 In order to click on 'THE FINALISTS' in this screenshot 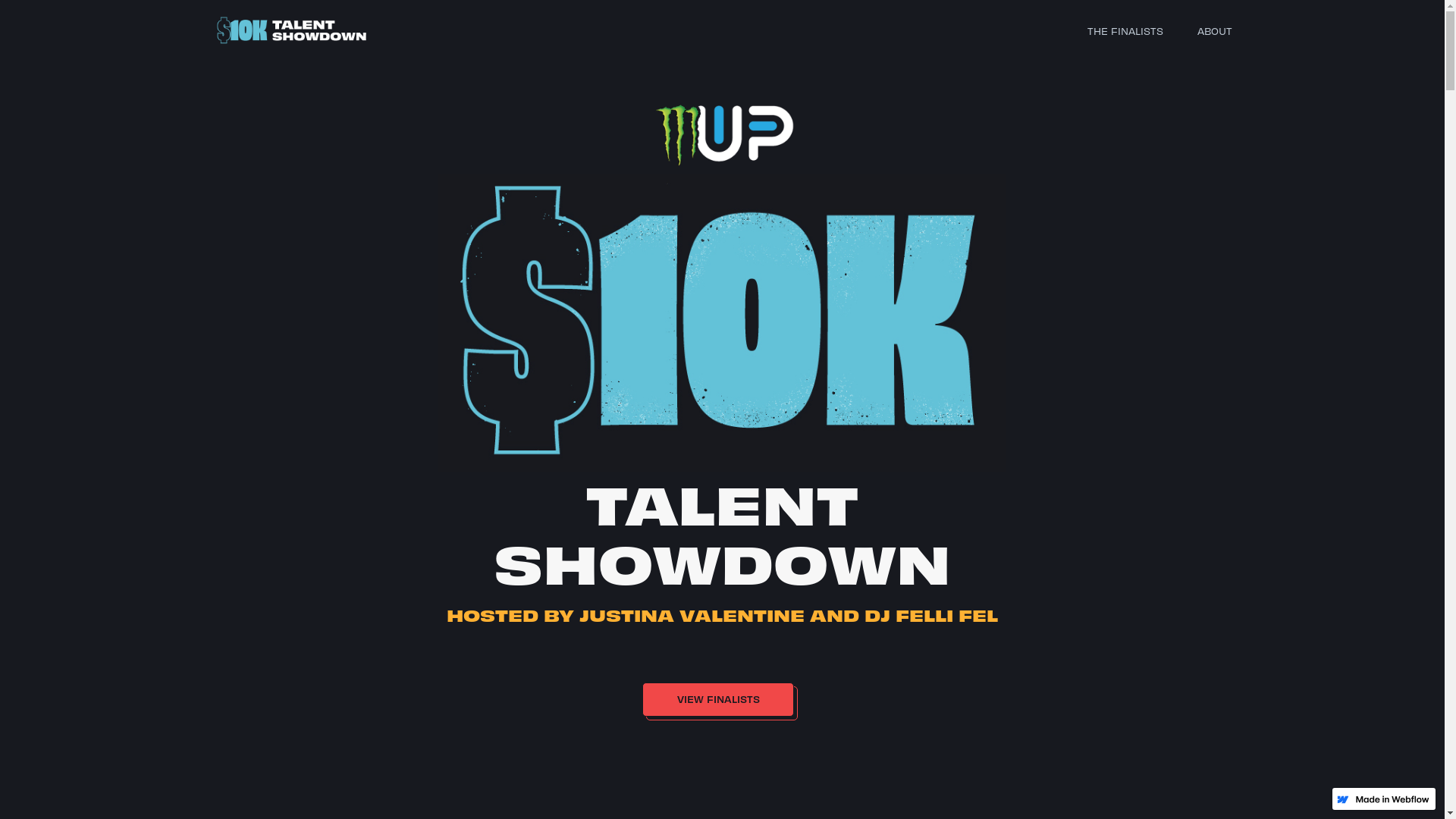, I will do `click(1125, 30)`.